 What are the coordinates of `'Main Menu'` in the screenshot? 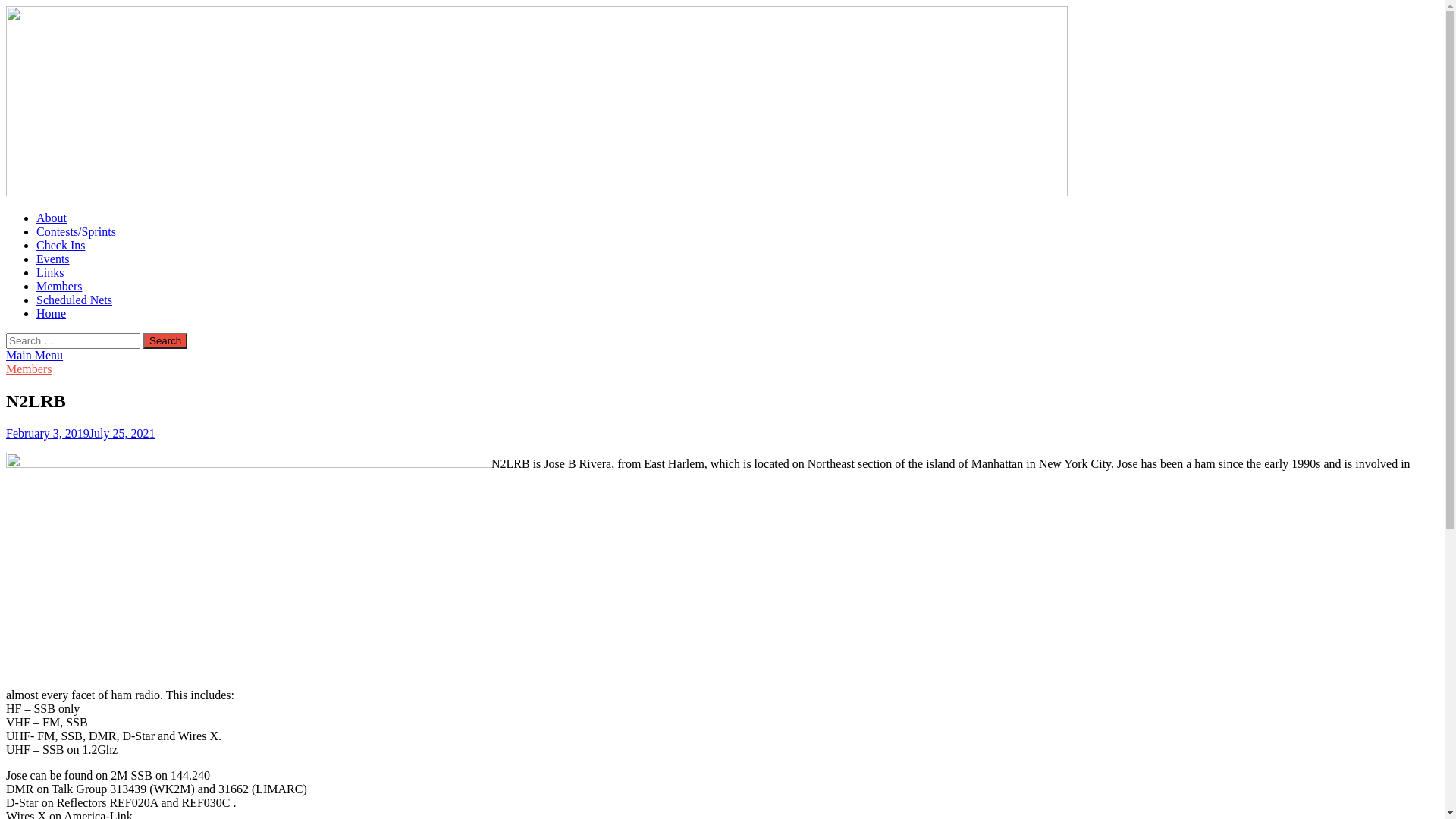 It's located at (34, 355).